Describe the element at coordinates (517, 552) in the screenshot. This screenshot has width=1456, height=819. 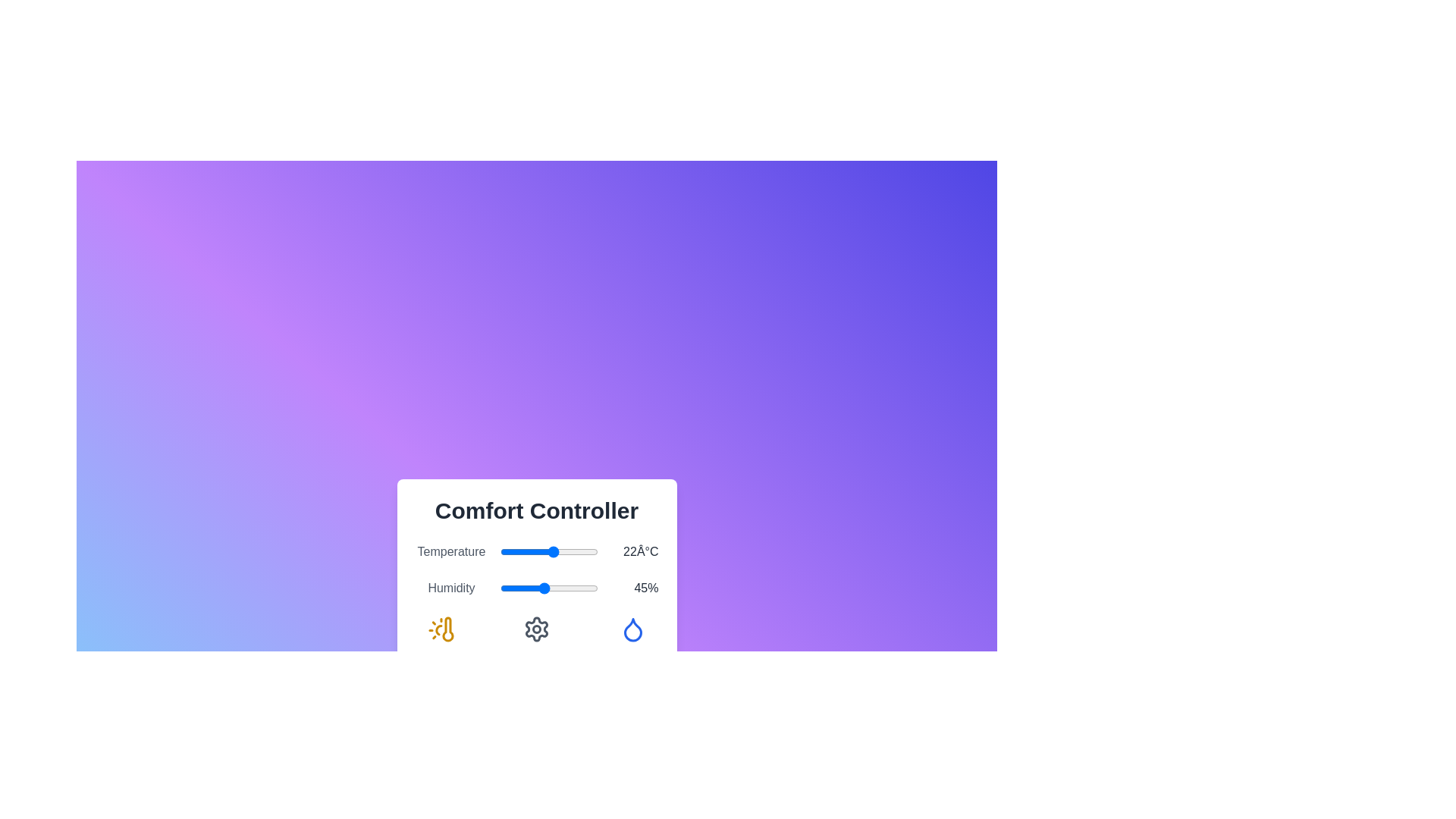
I see `the temperature slider to 7°C` at that location.